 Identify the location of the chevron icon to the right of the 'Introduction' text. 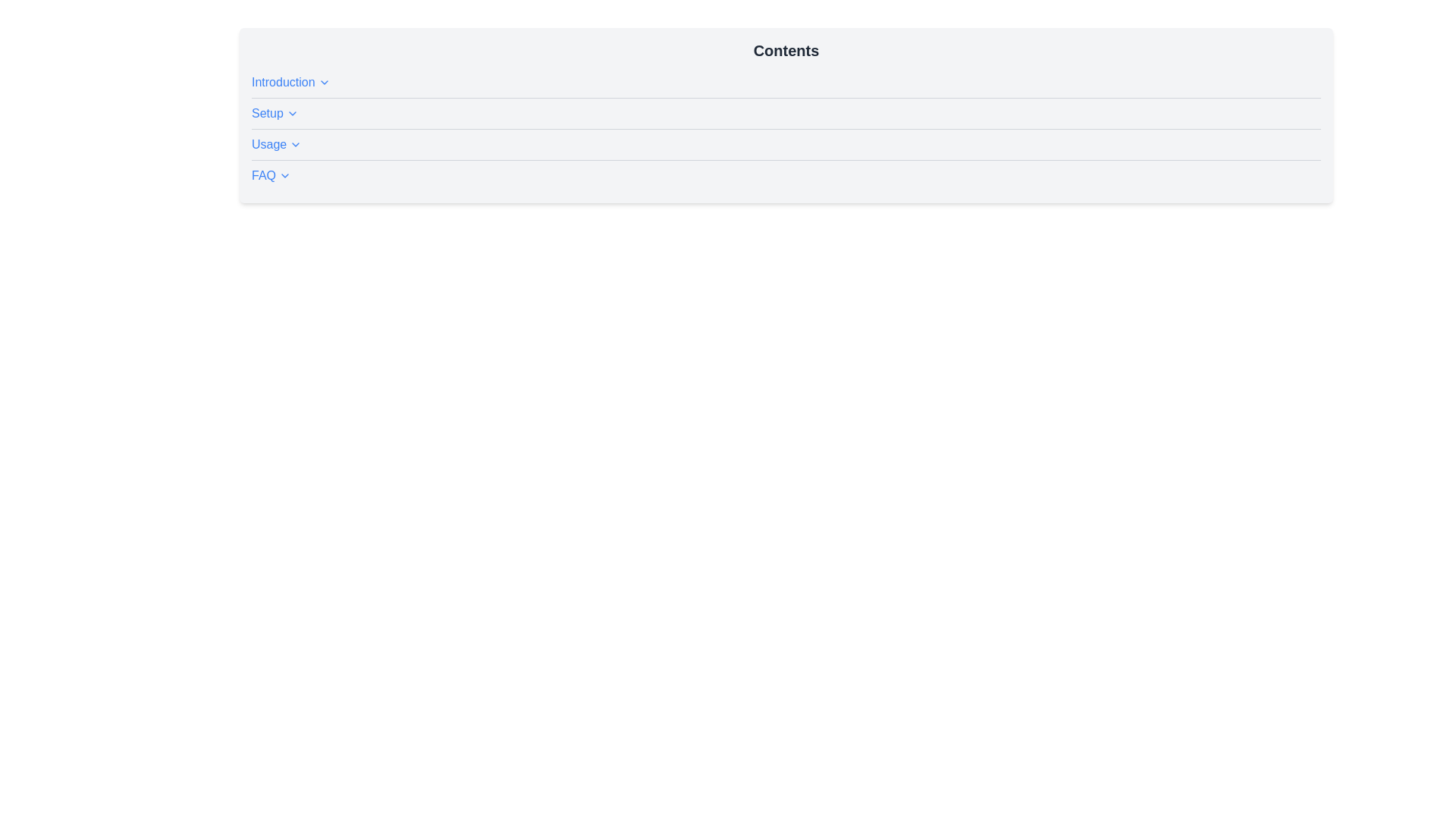
(323, 82).